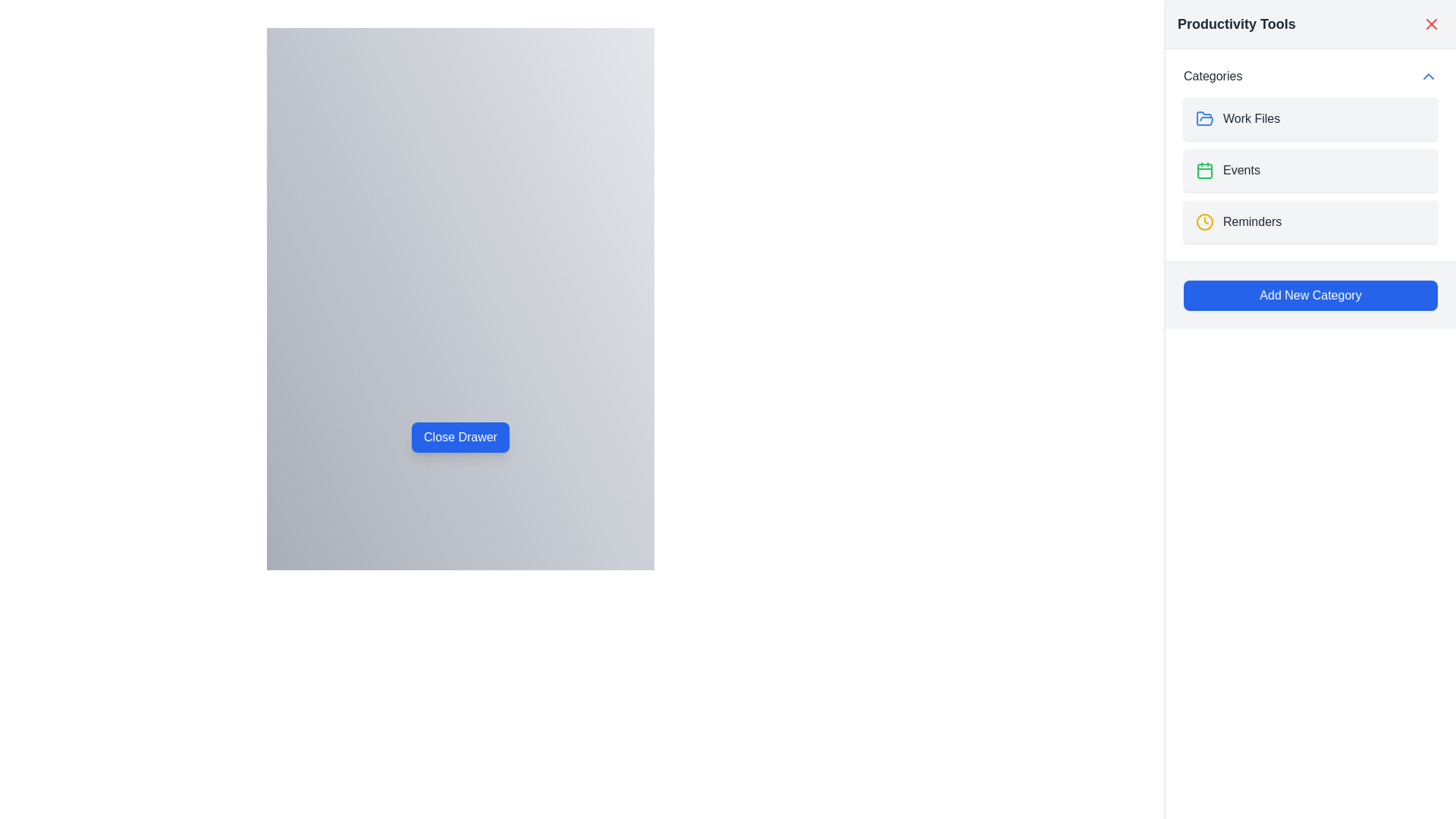 This screenshot has height=819, width=1456. What do you see at coordinates (1236, 24) in the screenshot?
I see `the text label 'Productivity Tools' which is styled in bold dark gray and located at the top of the sidebar section` at bounding box center [1236, 24].